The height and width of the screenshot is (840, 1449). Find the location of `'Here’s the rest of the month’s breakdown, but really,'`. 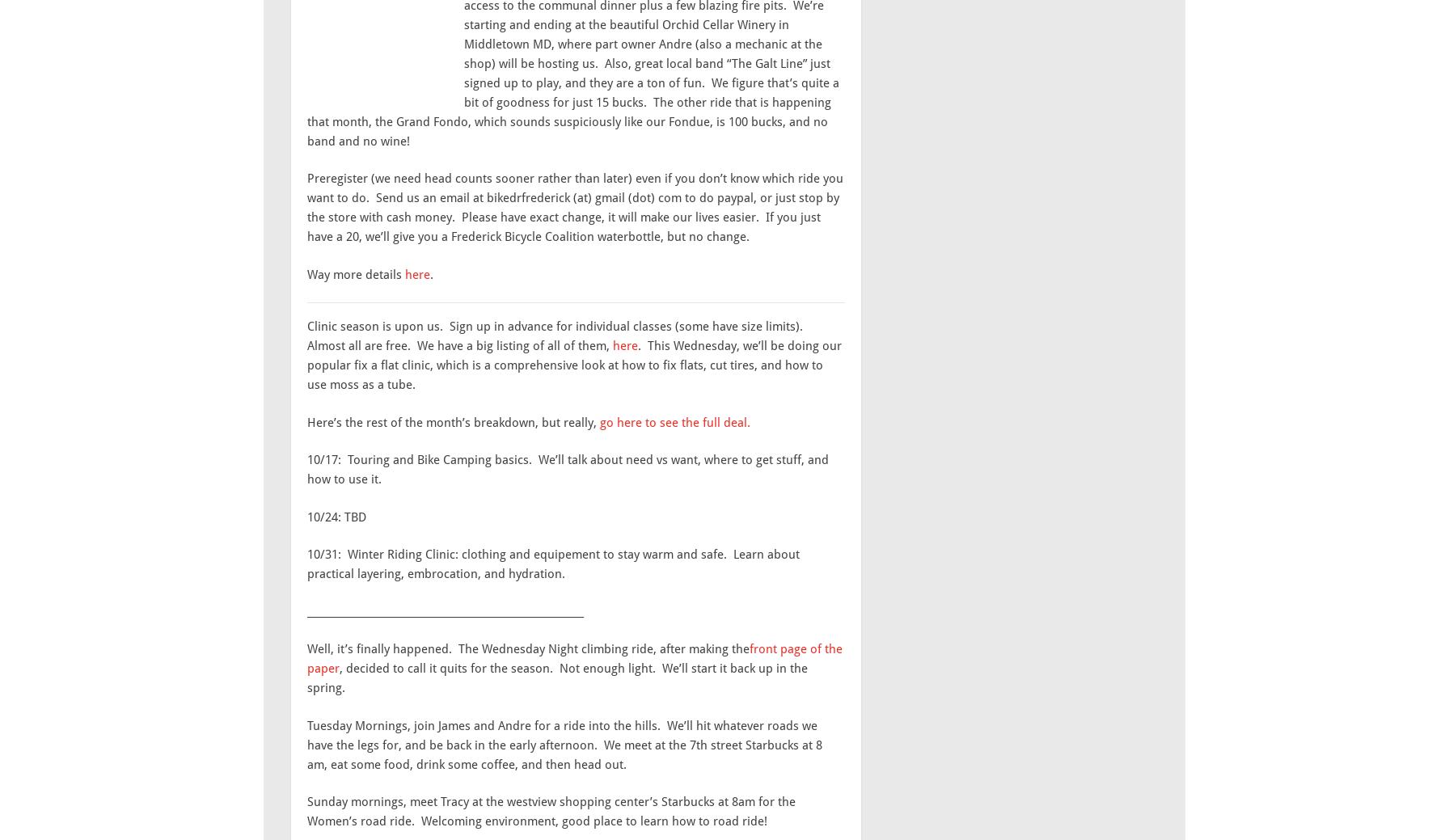

'Here’s the rest of the month’s breakdown, but really,' is located at coordinates (454, 421).